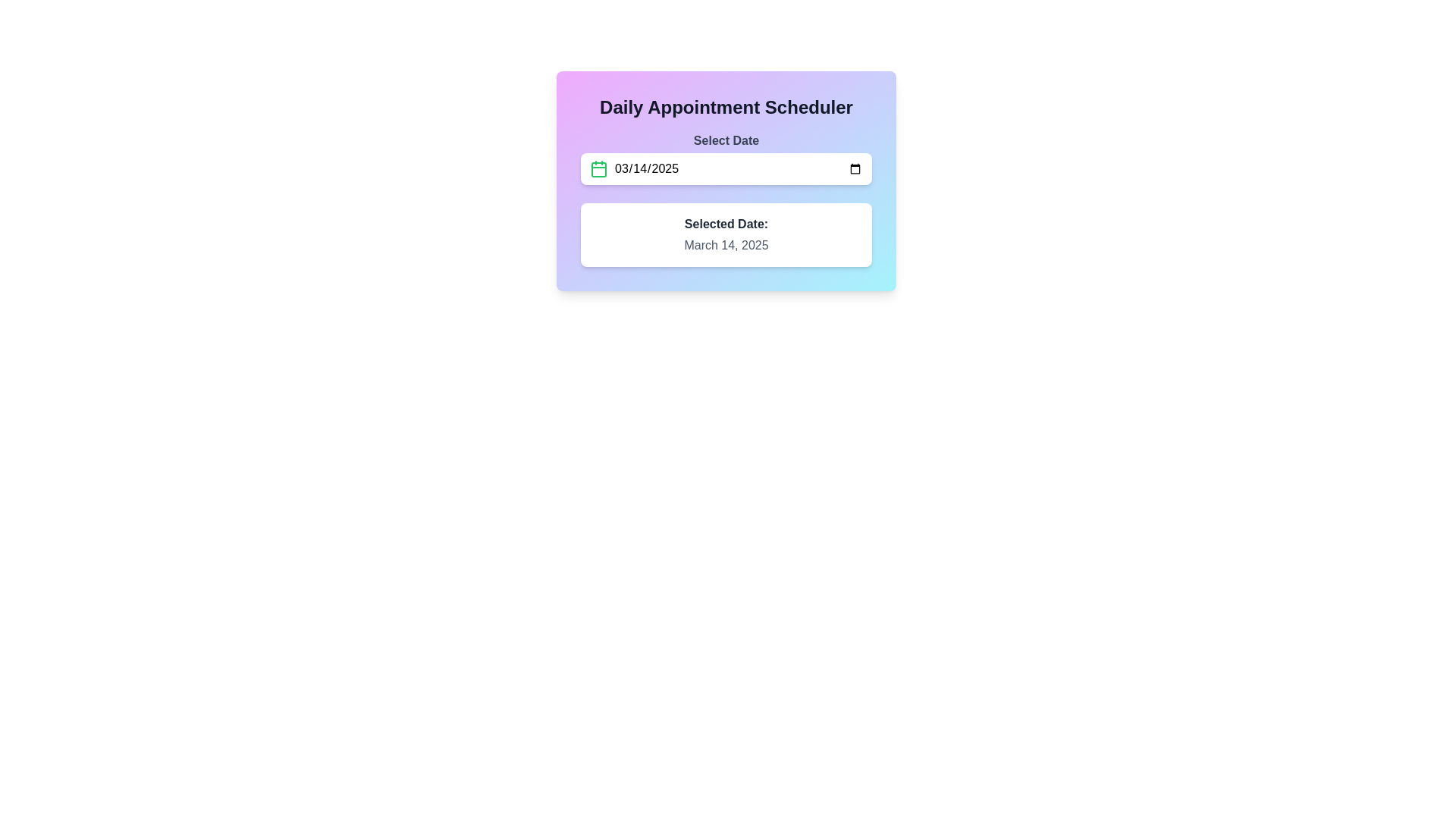 The height and width of the screenshot is (819, 1456). Describe the element at coordinates (598, 169) in the screenshot. I see `the SVG graphic component (rounded square) styled with a green outline, which is located within a calendar icon before the date selector input field` at that location.